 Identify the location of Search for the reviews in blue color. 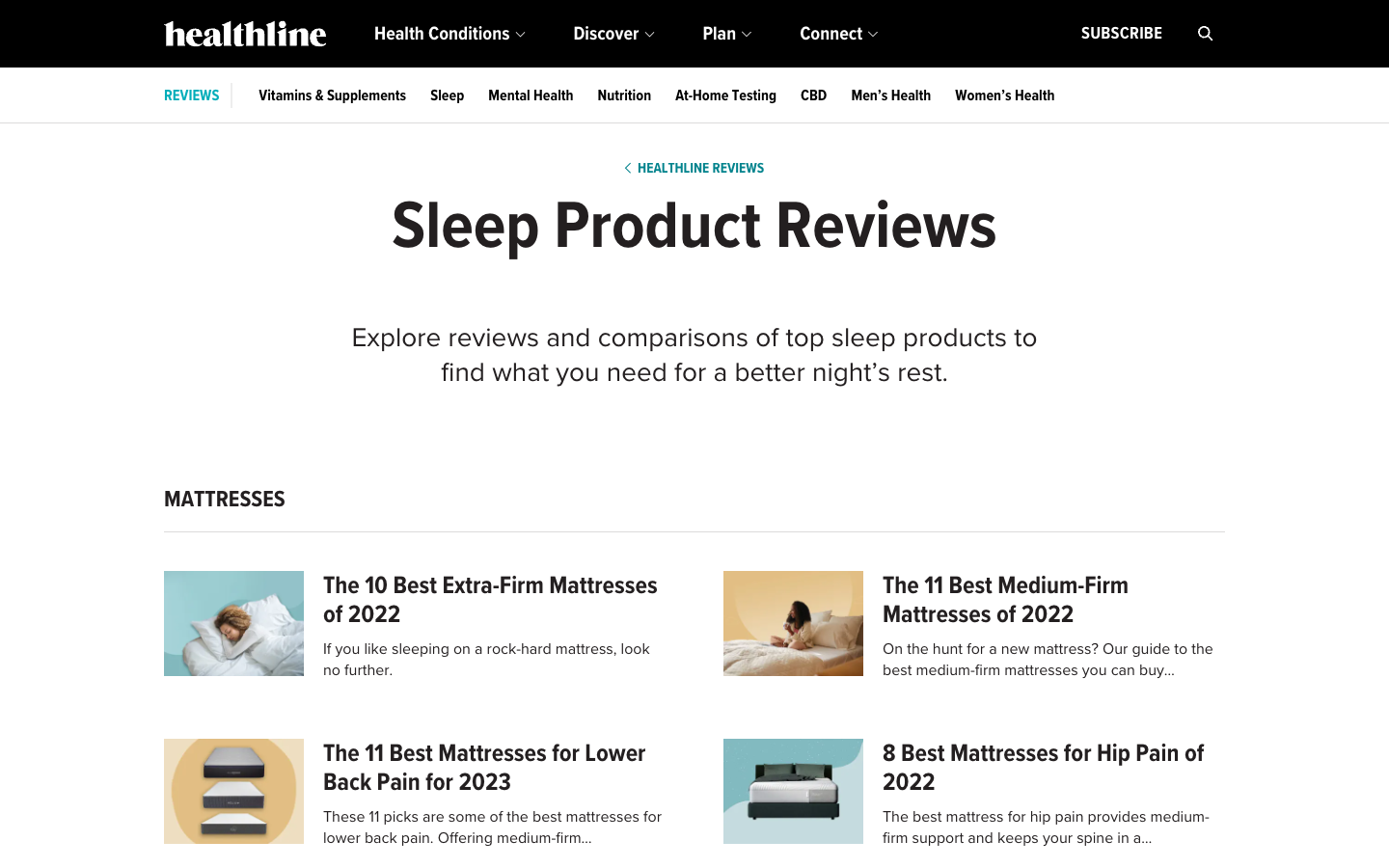
(191, 95).